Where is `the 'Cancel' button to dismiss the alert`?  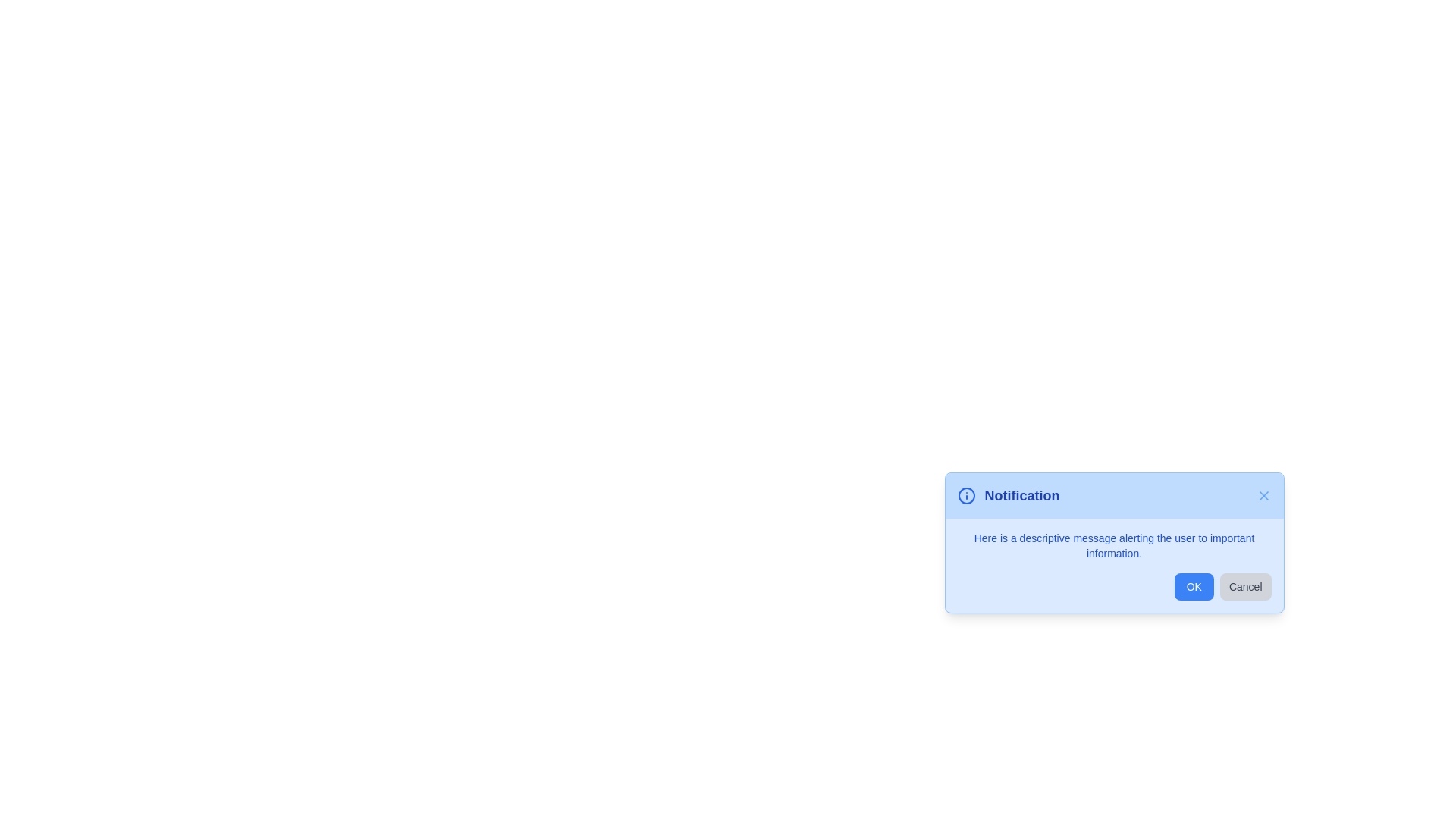
the 'Cancel' button to dismiss the alert is located at coordinates (1245, 586).